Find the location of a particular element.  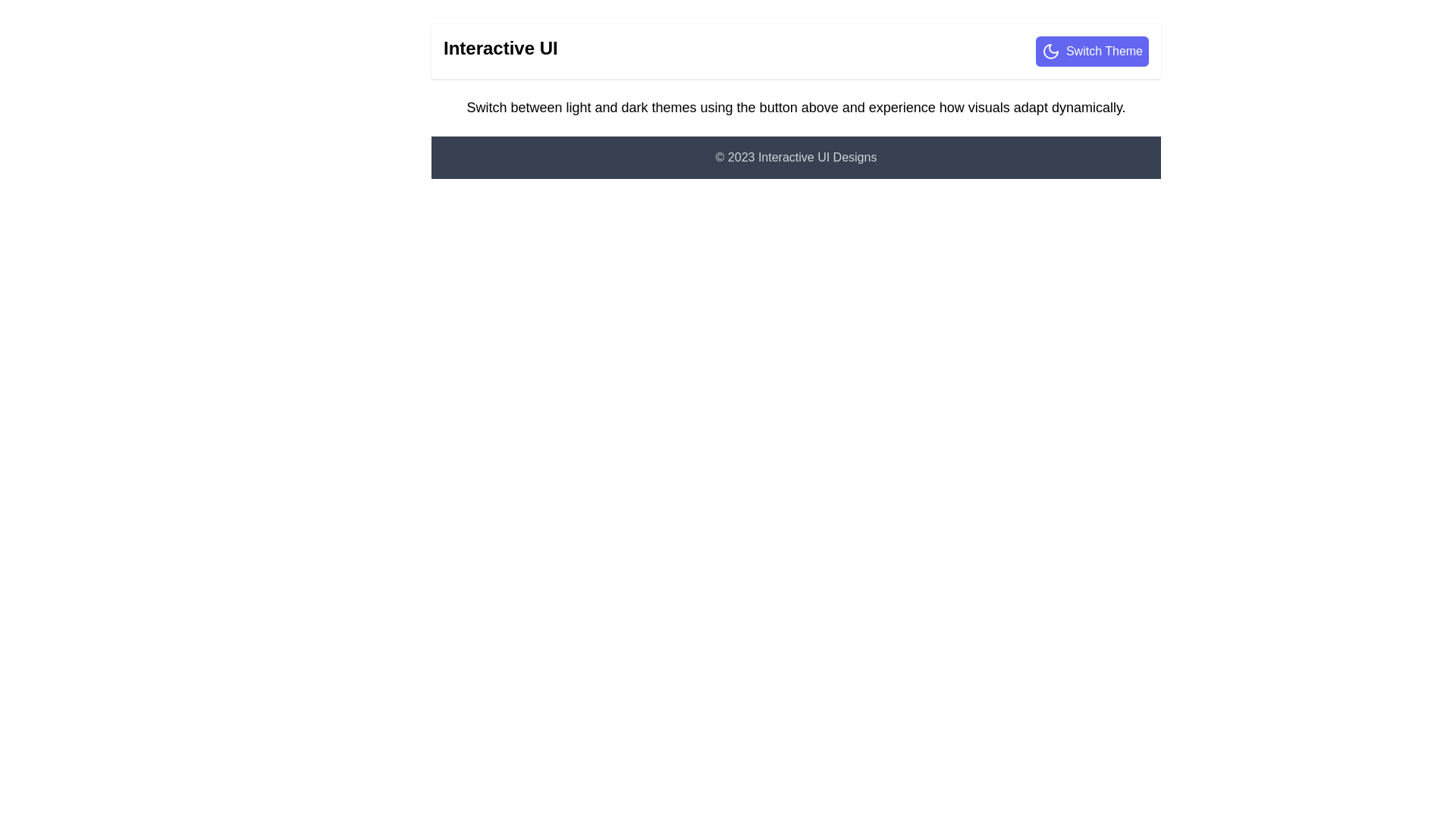

the static text that reads 'Switch between light and dark themes using the button above and experience how visuals adapt dynamically.' to check for potential tooltips is located at coordinates (795, 107).